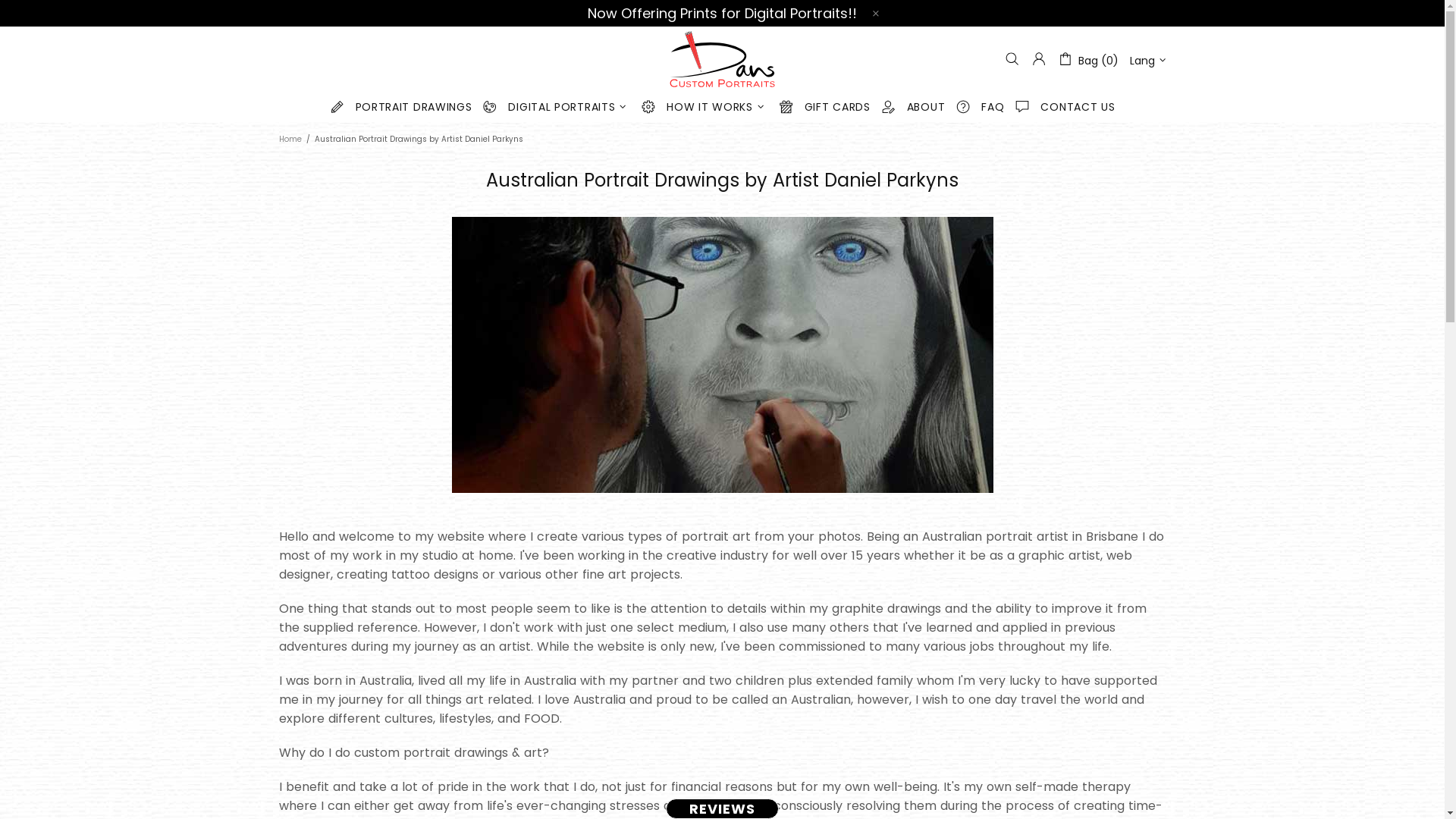 The height and width of the screenshot is (819, 1456). I want to click on 'GIFT CARDS', so click(824, 106).